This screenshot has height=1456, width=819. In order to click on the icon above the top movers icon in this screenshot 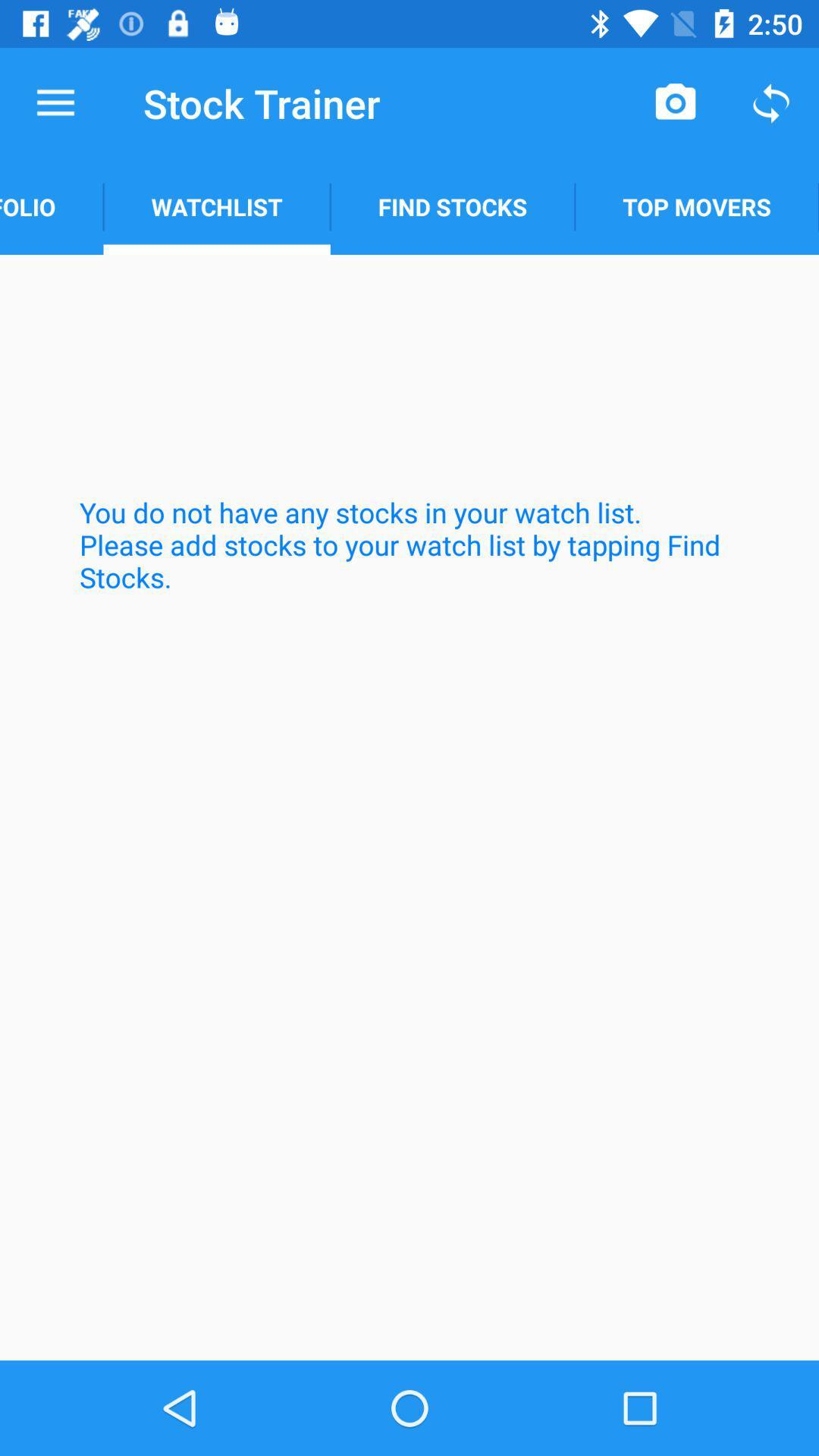, I will do `click(771, 102)`.